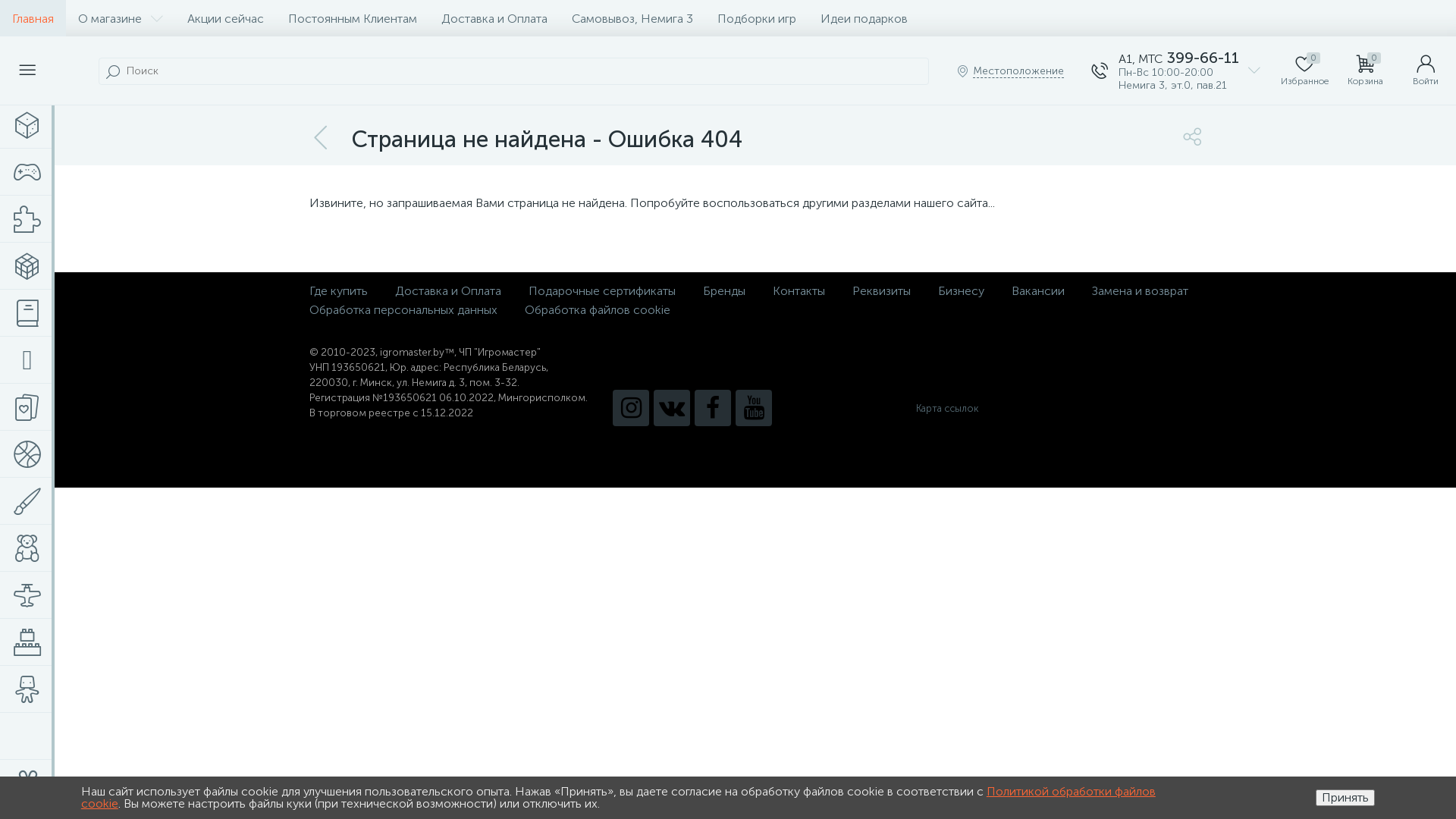 This screenshot has height=819, width=1456. I want to click on 'YouTube', so click(735, 406).